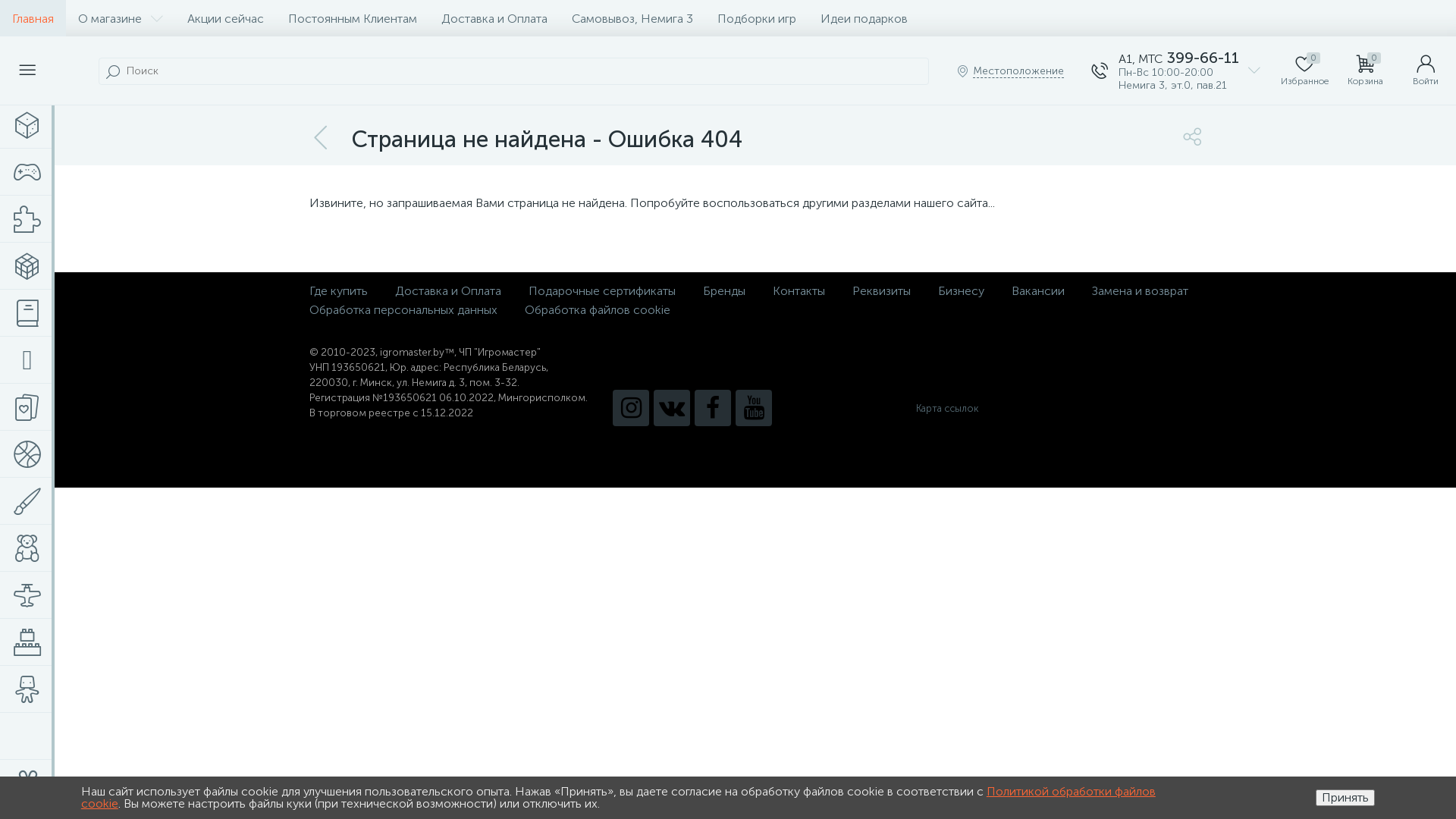 This screenshot has height=819, width=1456. I want to click on 'YouTube', so click(735, 406).